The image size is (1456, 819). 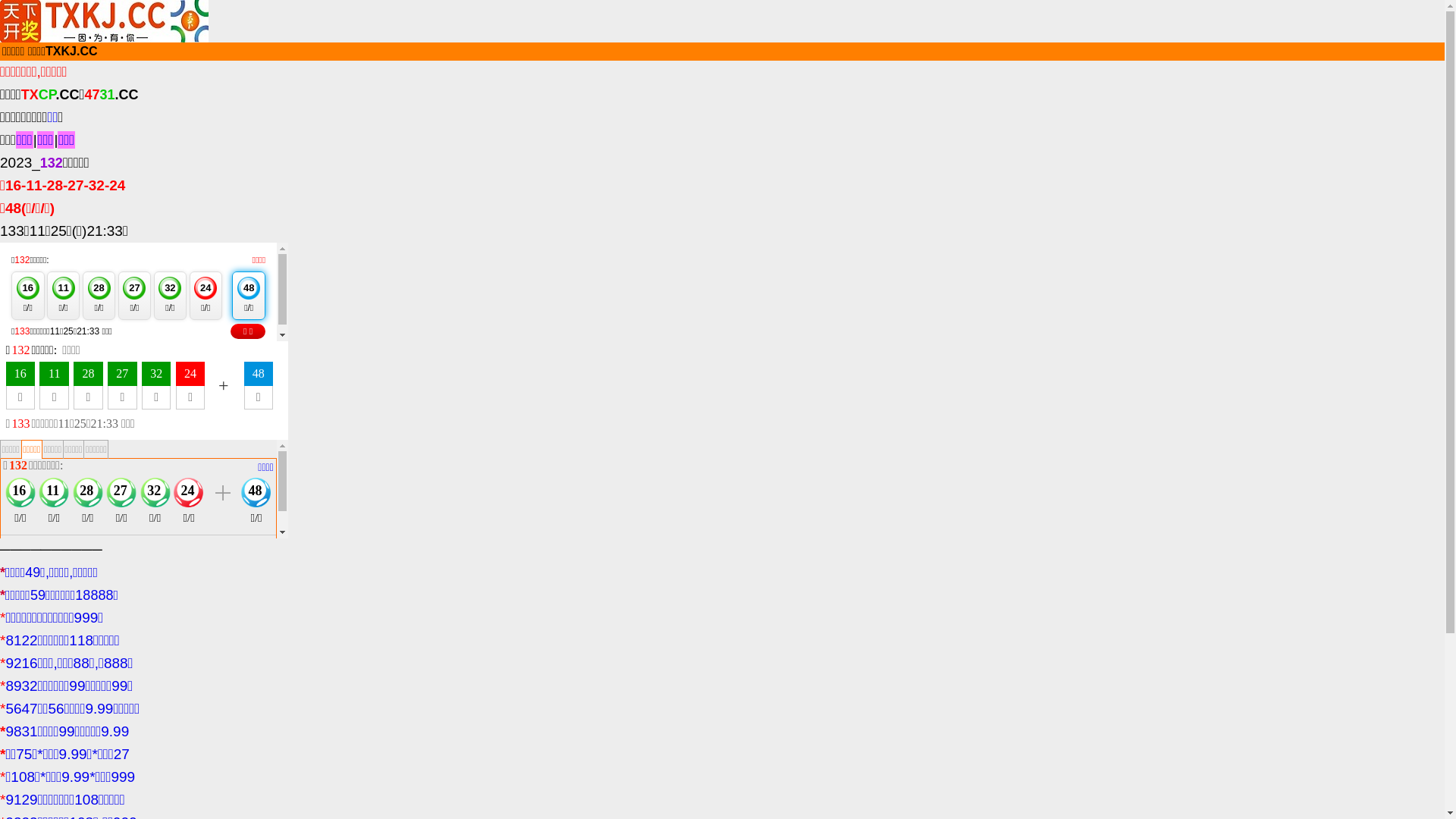 What do you see at coordinates (50, 94) in the screenshot?
I see `'TXCP.CC'` at bounding box center [50, 94].